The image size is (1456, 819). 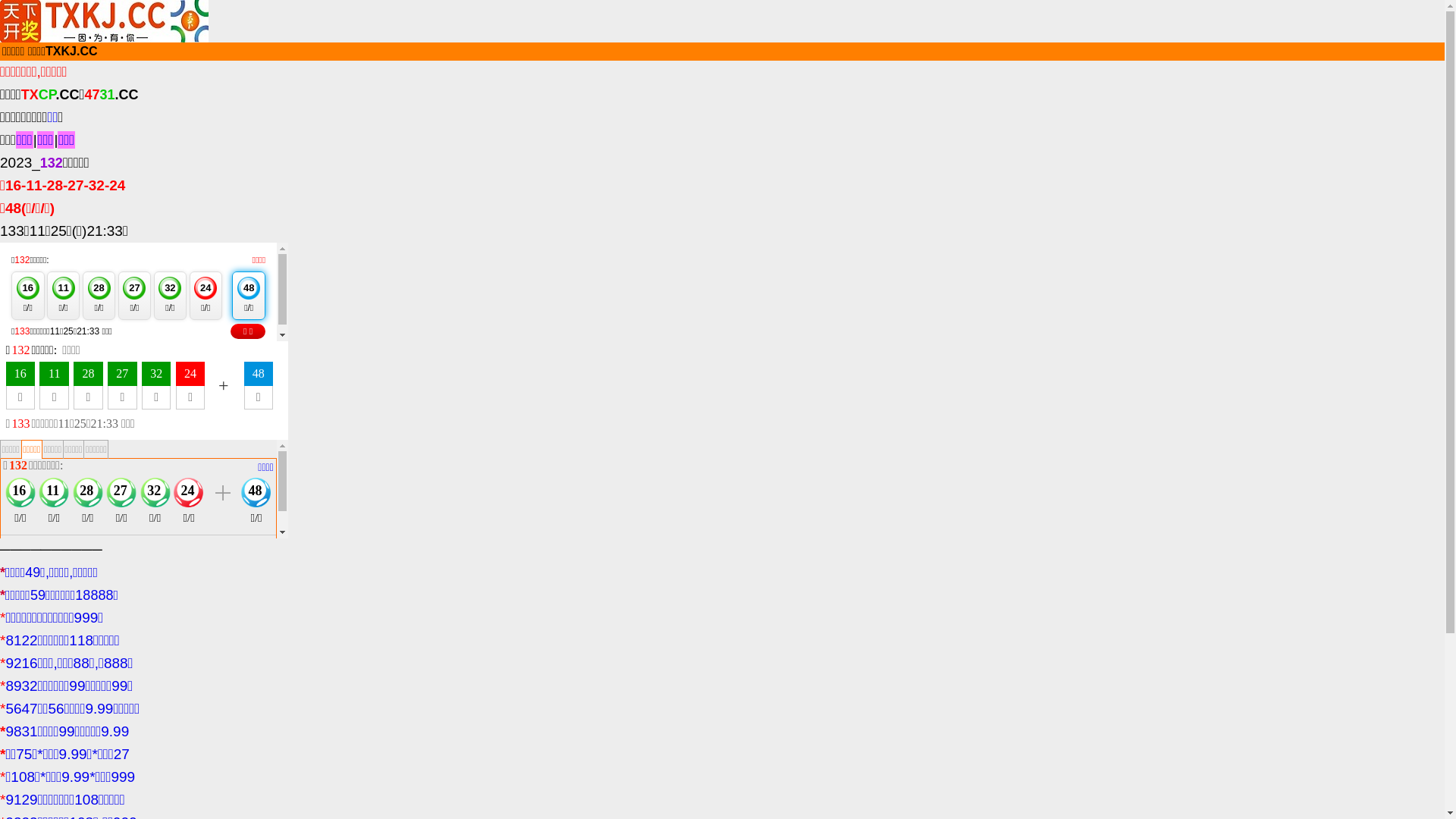 What do you see at coordinates (50, 94) in the screenshot?
I see `'TXCP.CC'` at bounding box center [50, 94].